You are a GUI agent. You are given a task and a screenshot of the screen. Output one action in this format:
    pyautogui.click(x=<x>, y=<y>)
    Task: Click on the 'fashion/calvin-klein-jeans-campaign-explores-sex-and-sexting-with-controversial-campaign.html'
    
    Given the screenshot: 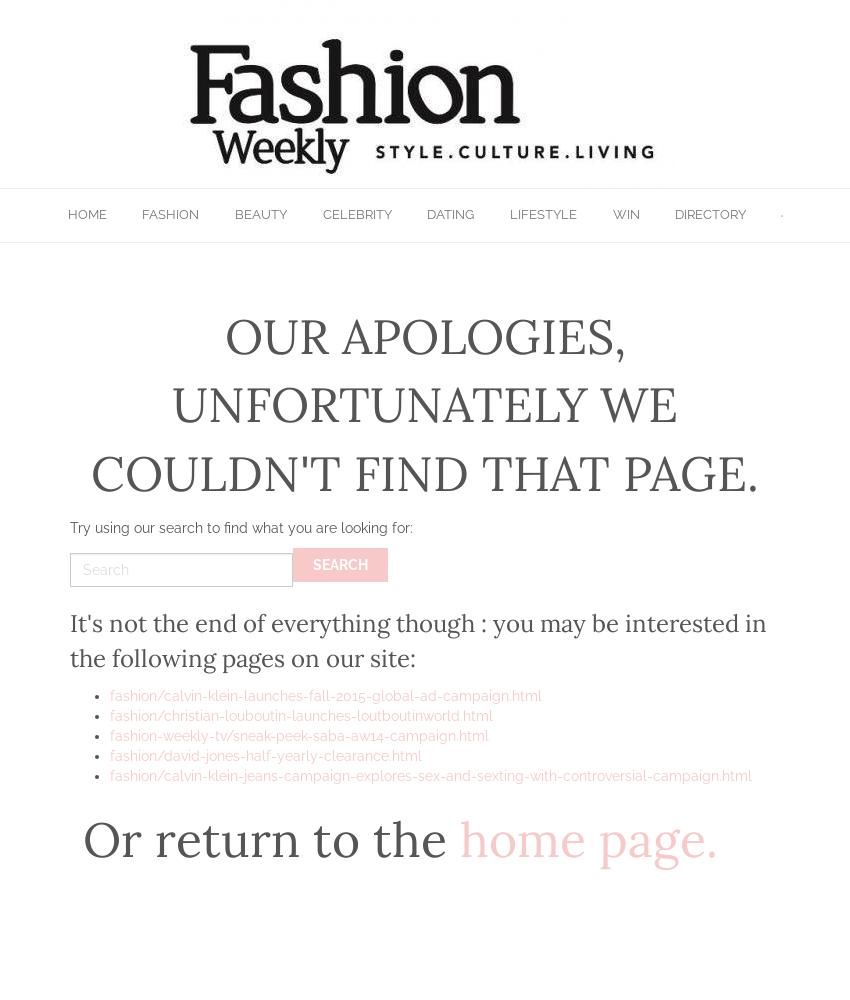 What is the action you would take?
    pyautogui.click(x=430, y=775)
    